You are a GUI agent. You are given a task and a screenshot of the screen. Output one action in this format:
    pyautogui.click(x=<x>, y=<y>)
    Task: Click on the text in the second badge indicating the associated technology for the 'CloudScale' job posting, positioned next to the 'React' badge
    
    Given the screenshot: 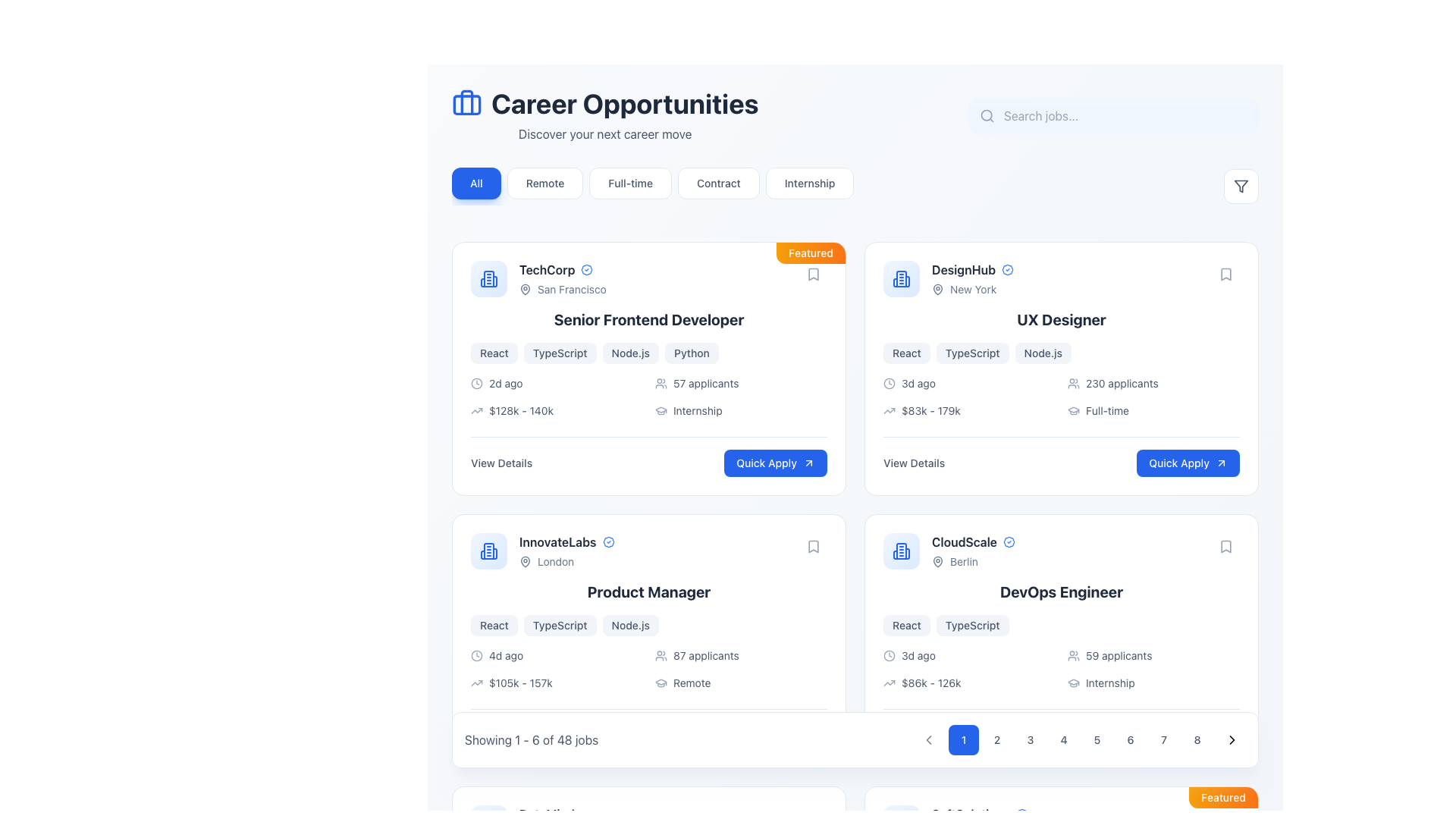 What is the action you would take?
    pyautogui.click(x=972, y=626)
    